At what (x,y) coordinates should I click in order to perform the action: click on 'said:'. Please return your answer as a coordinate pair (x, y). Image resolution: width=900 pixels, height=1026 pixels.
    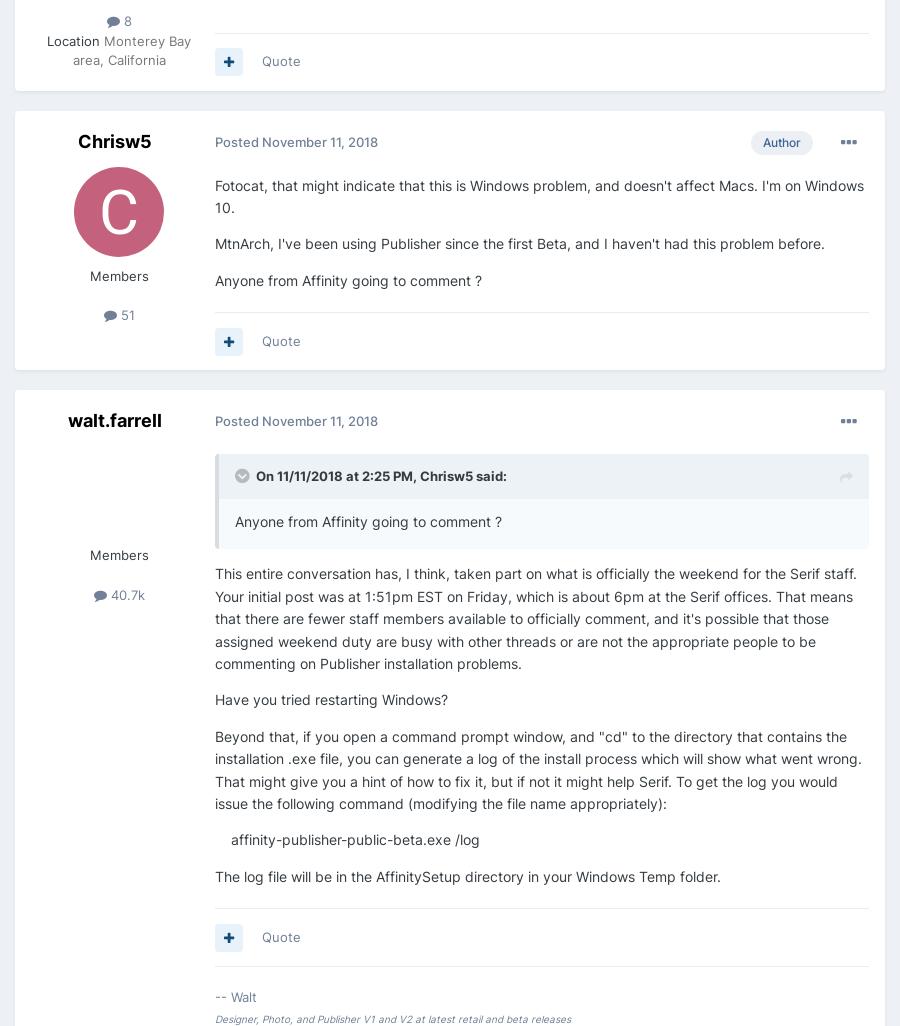
    Looking at the image, I should click on (472, 474).